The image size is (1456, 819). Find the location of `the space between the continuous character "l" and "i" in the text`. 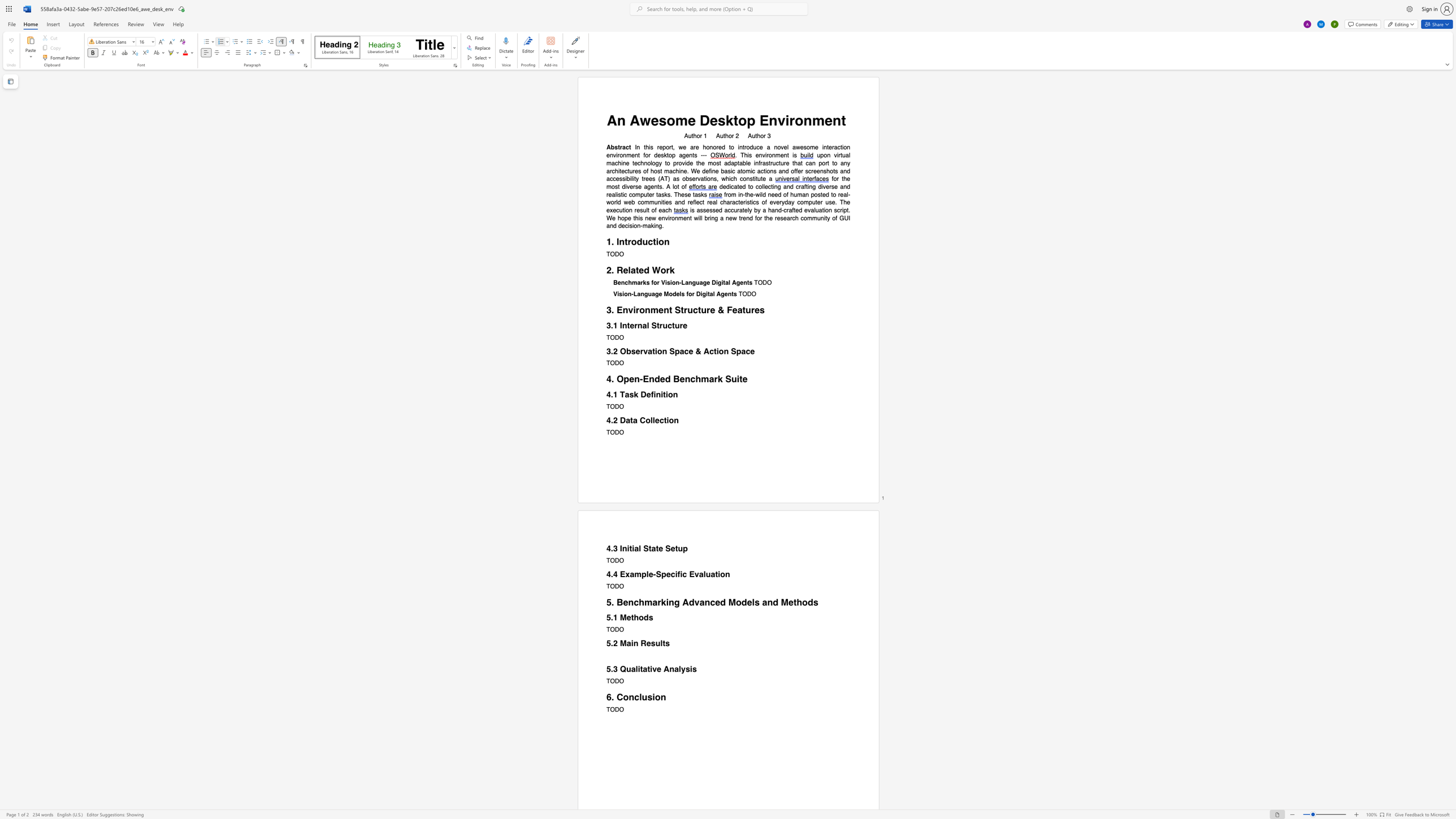

the space between the continuous character "l" and "i" in the text is located at coordinates (638, 669).